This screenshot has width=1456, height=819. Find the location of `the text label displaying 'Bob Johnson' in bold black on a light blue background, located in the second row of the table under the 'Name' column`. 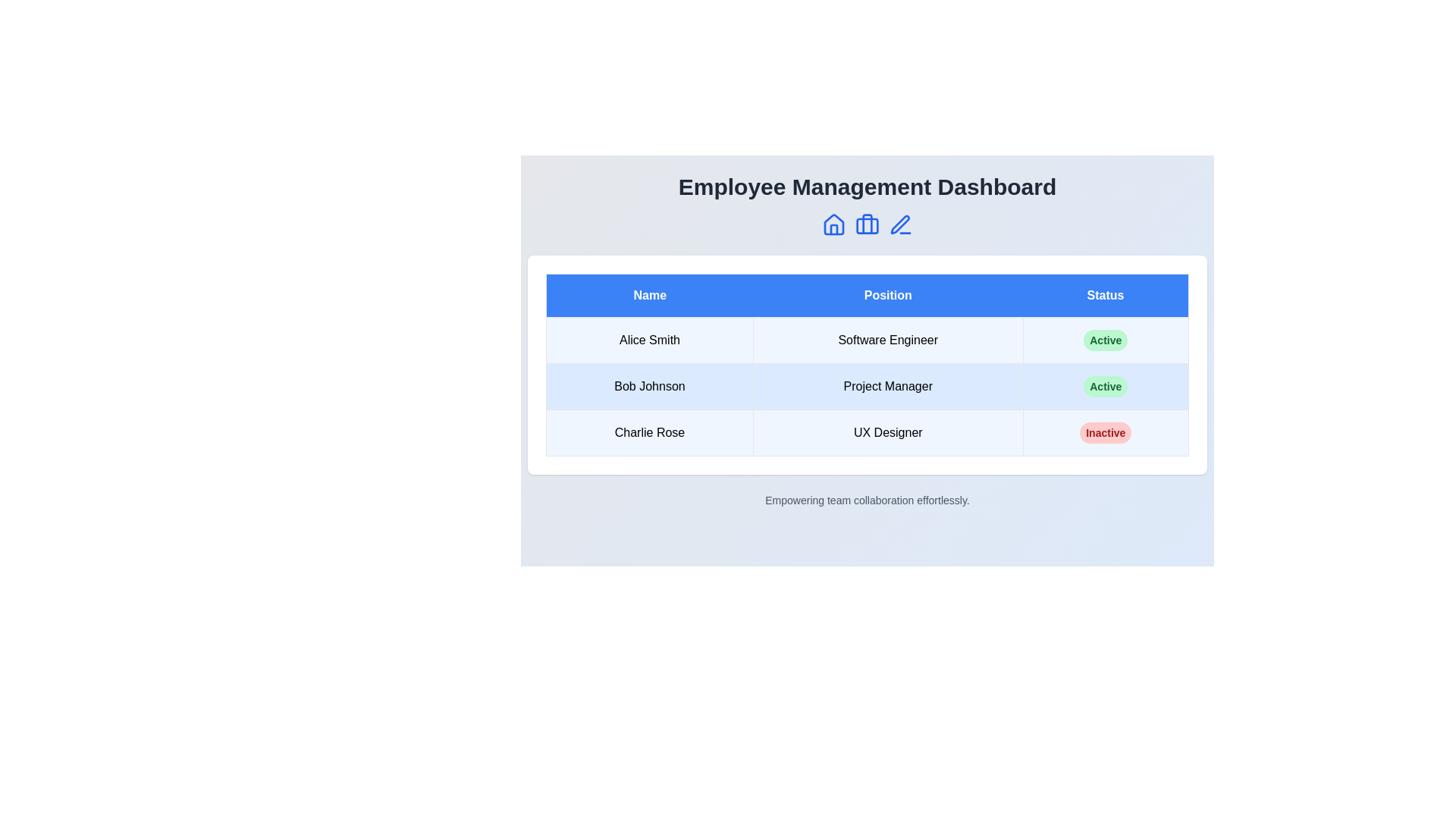

the text label displaying 'Bob Johnson' in bold black on a light blue background, located in the second row of the table under the 'Name' column is located at coordinates (649, 385).